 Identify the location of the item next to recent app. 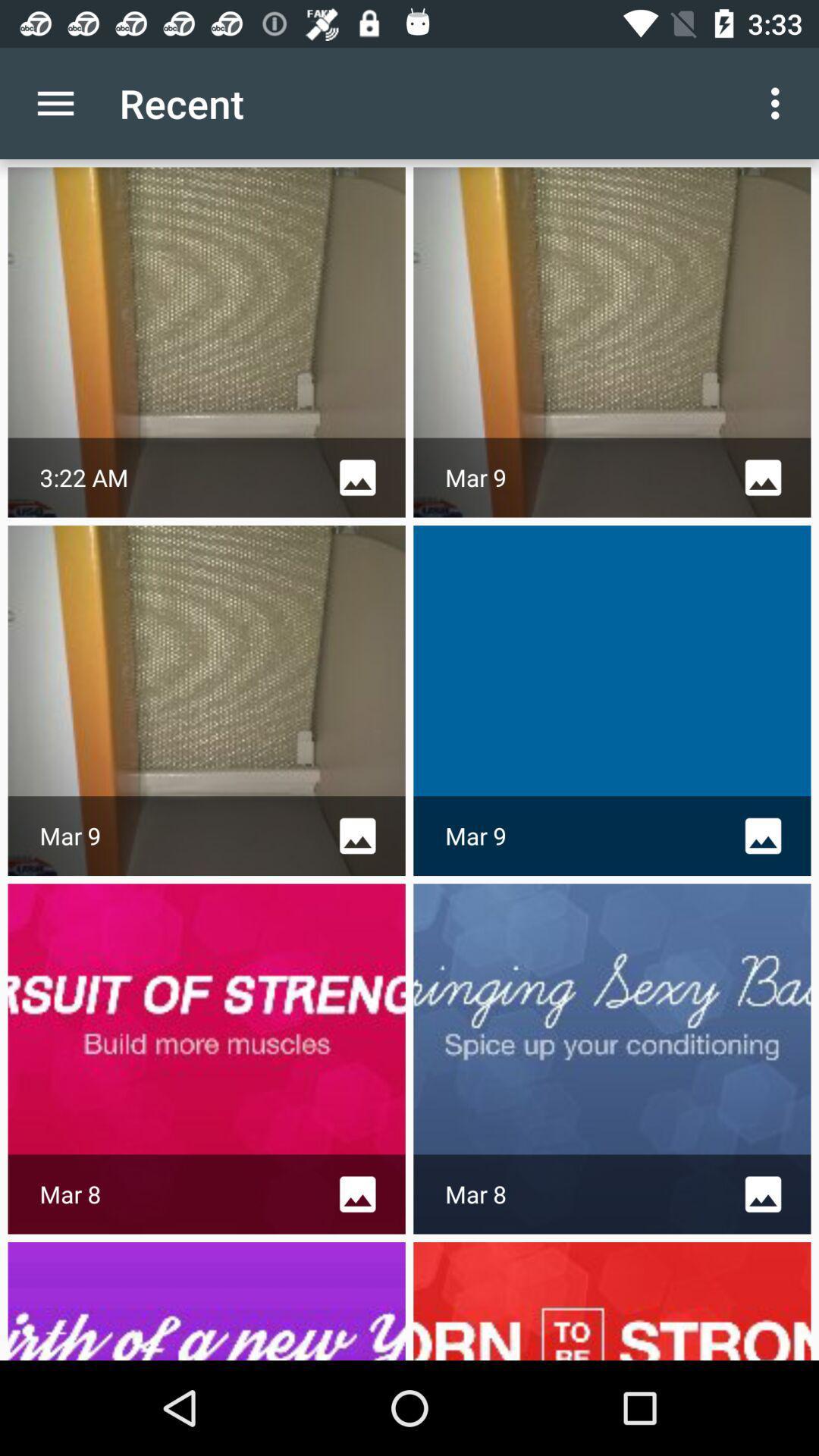
(55, 102).